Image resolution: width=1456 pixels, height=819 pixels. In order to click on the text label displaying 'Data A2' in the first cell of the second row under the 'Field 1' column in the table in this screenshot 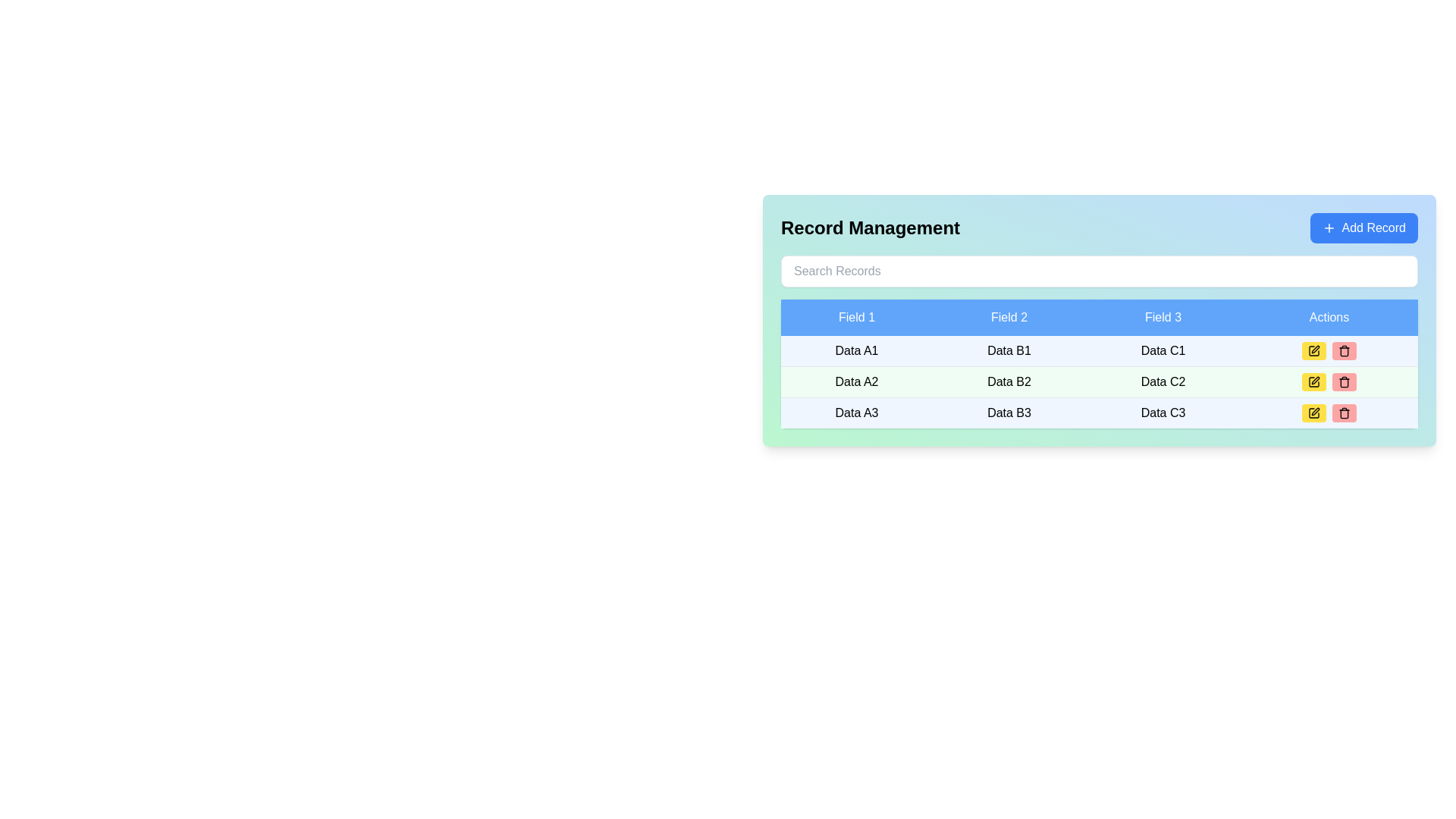, I will do `click(856, 381)`.